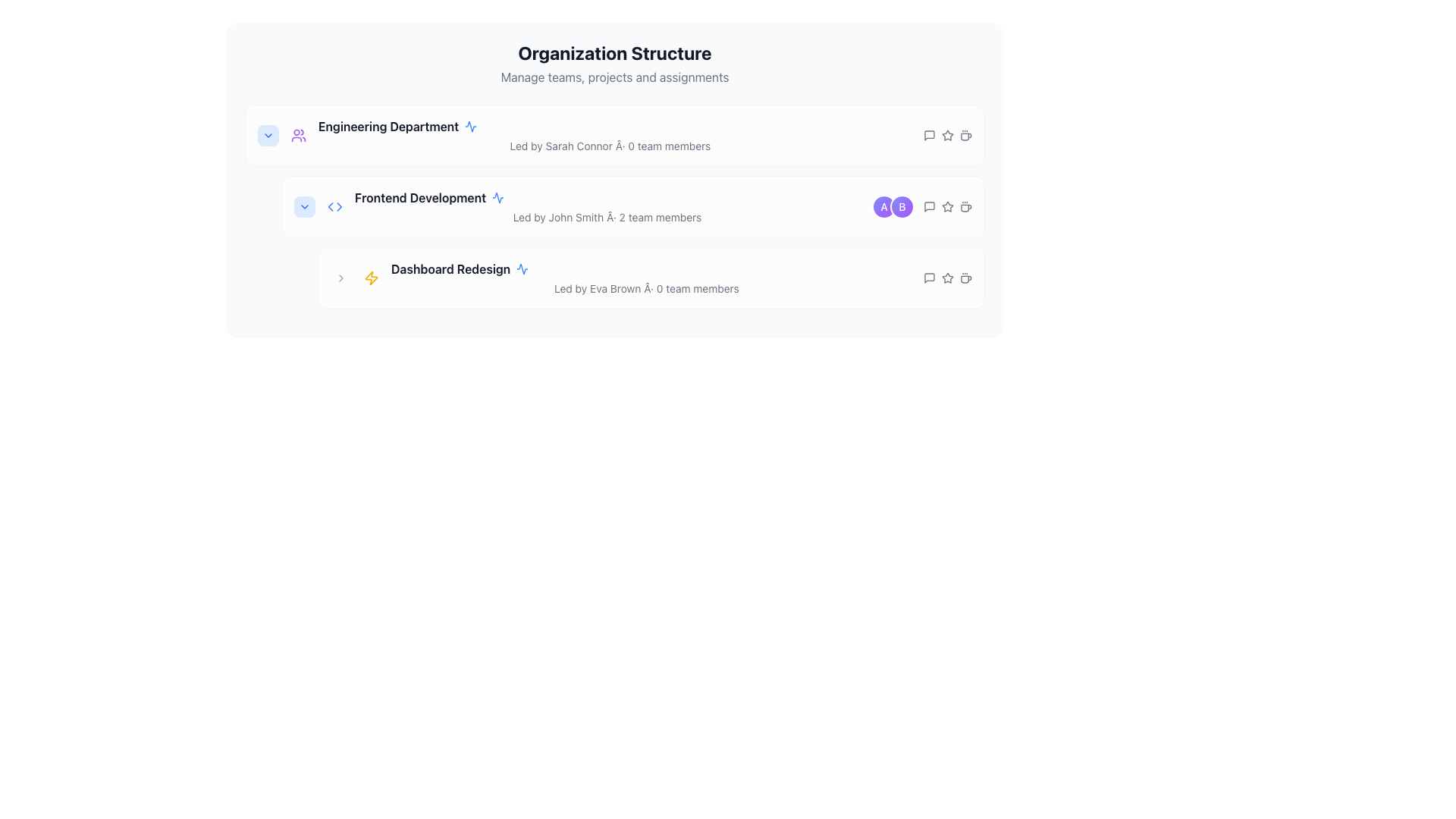 The height and width of the screenshot is (819, 1456). What do you see at coordinates (334, 207) in the screenshot?
I see `the icon representing code or development-related tasks located in the 'Frontend Development' section, which is positioned after a dropdown button and before the title text 'Frontend Development'` at bounding box center [334, 207].